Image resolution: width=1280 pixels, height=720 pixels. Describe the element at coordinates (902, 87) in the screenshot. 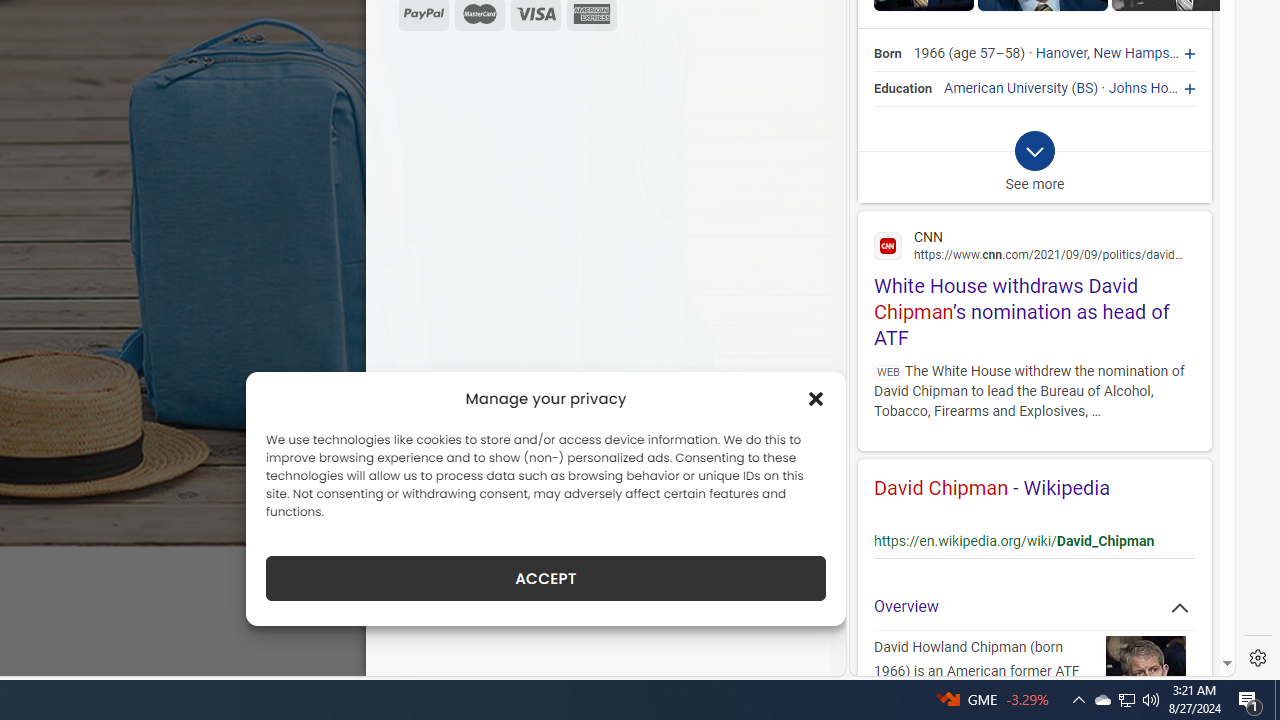

I see `'Education'` at that location.